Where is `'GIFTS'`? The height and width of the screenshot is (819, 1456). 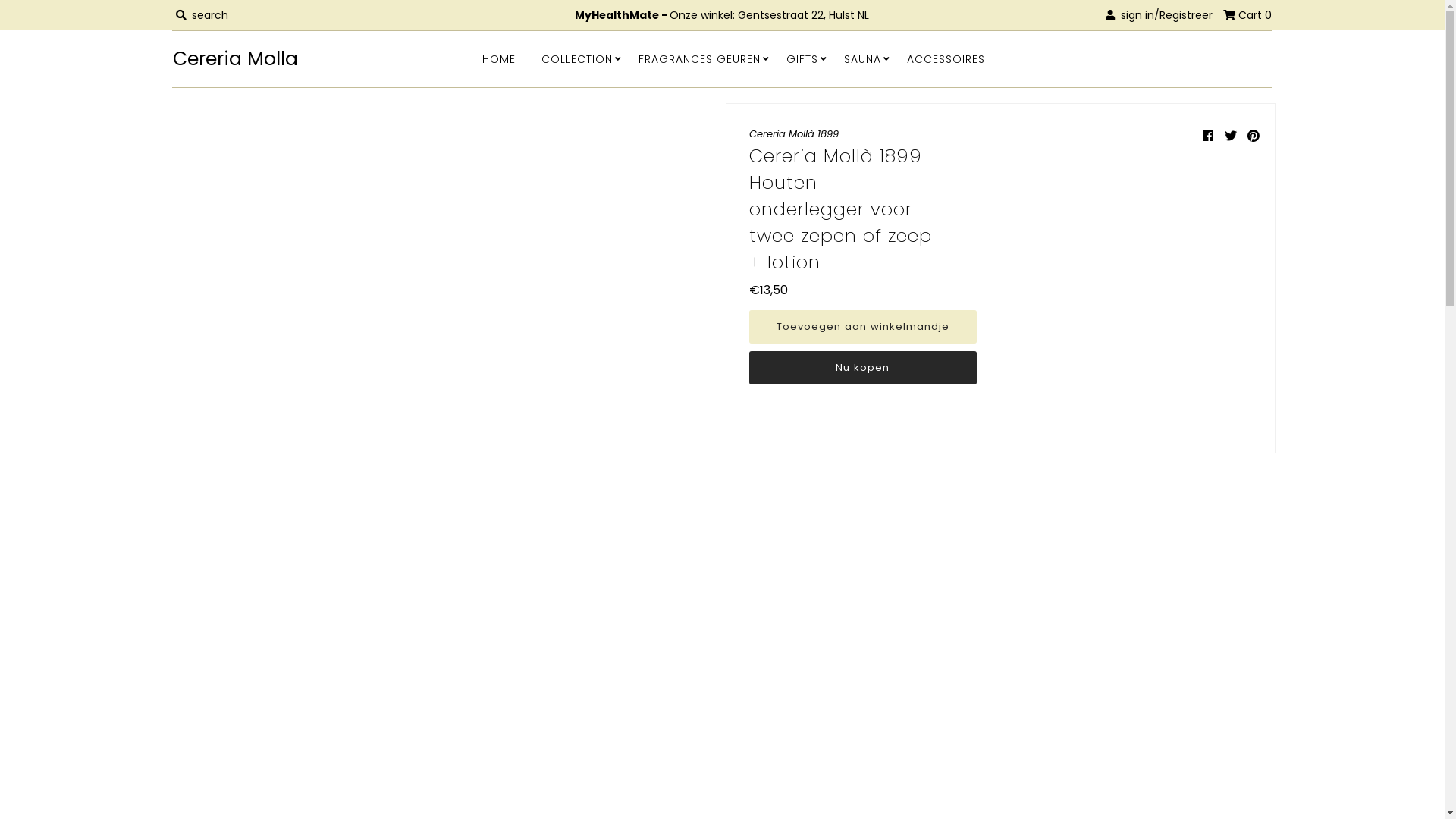
'GIFTS' is located at coordinates (801, 58).